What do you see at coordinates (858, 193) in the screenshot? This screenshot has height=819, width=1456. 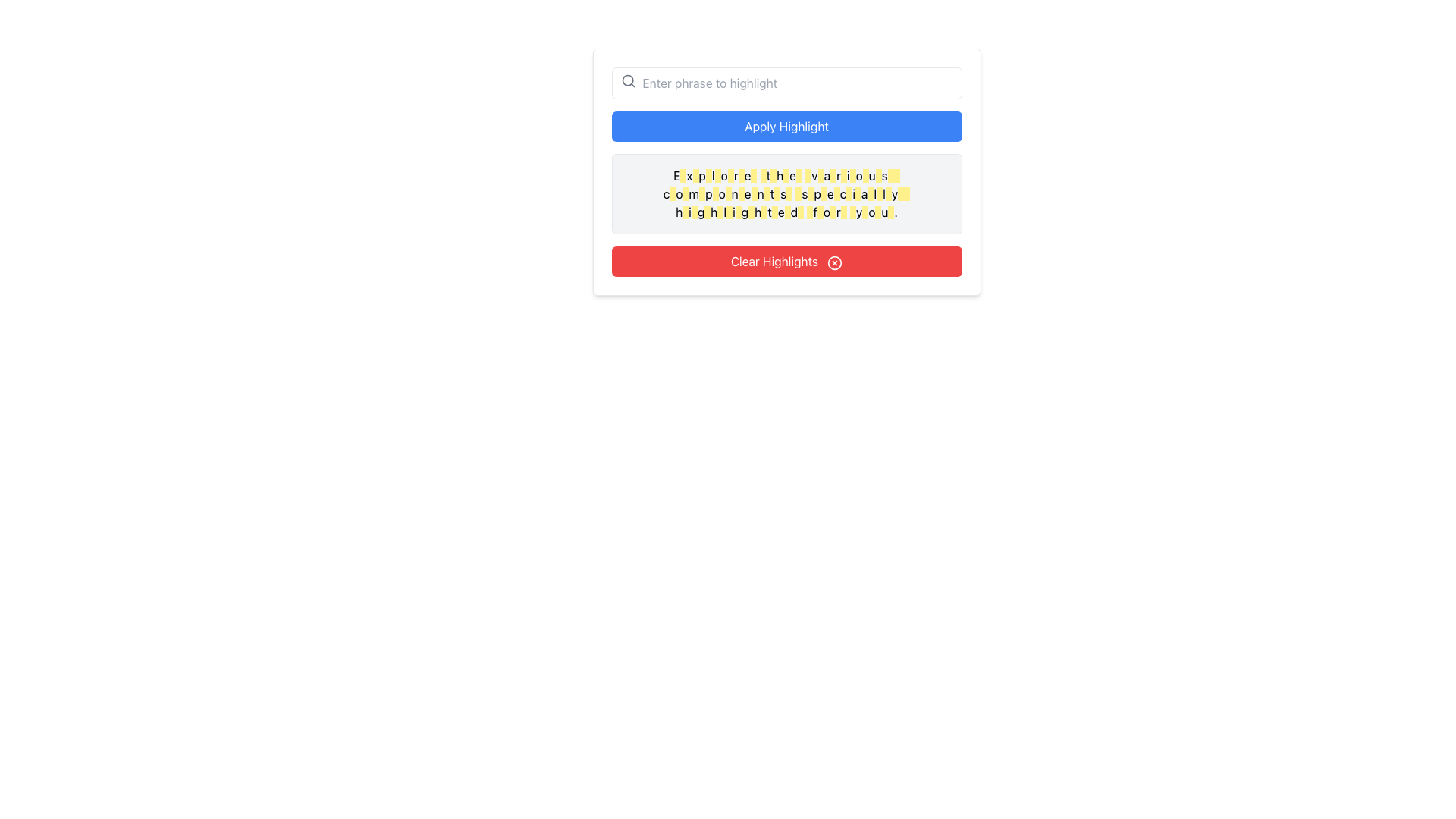 I see `the text-highlight component that is part of the word 'specially' with a yellow background and white text, located between the 'Apply Highlight' button and the 'Clear Highlights' button` at bounding box center [858, 193].